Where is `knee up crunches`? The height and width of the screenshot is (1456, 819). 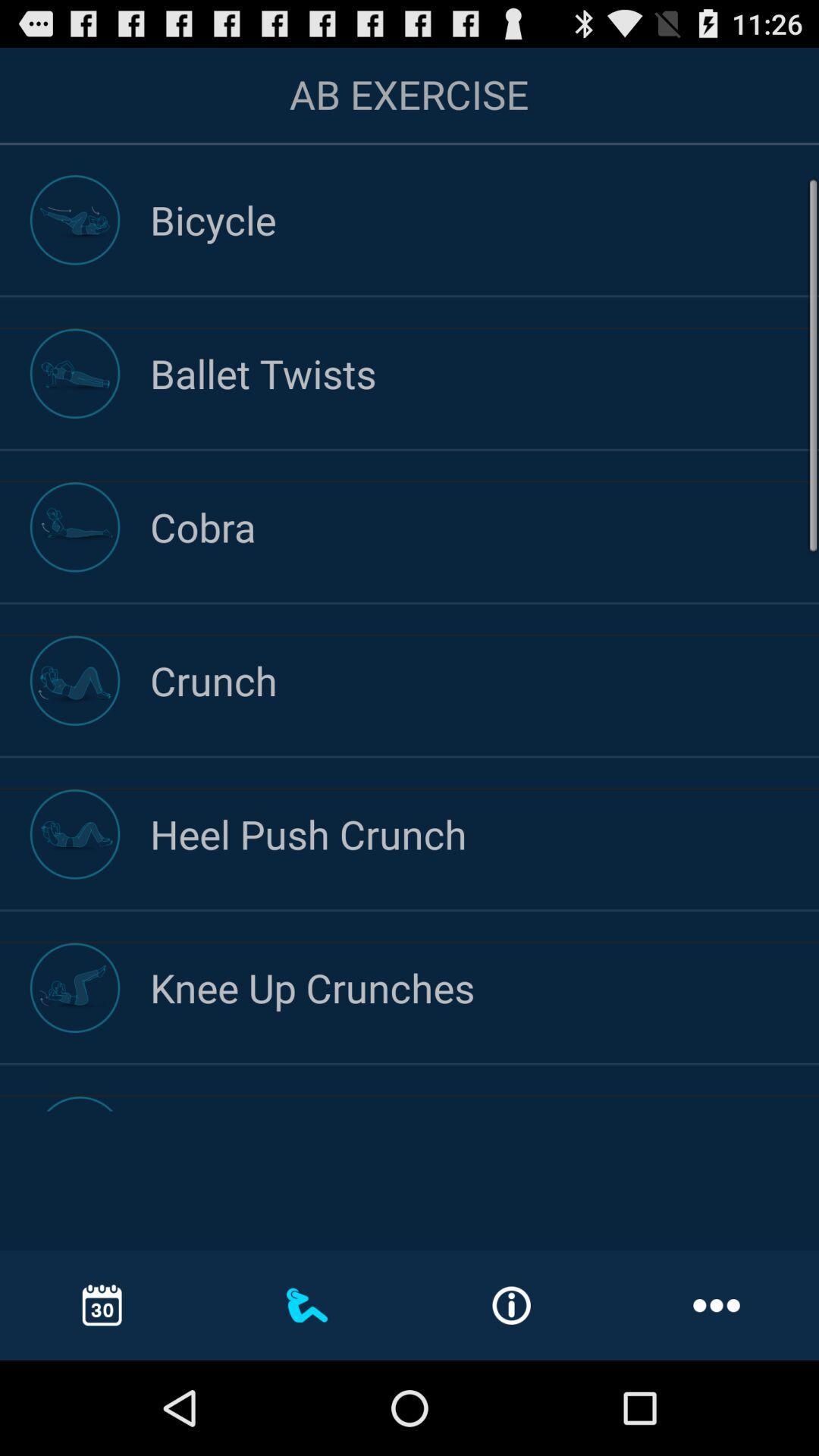 knee up crunches is located at coordinates (485, 987).